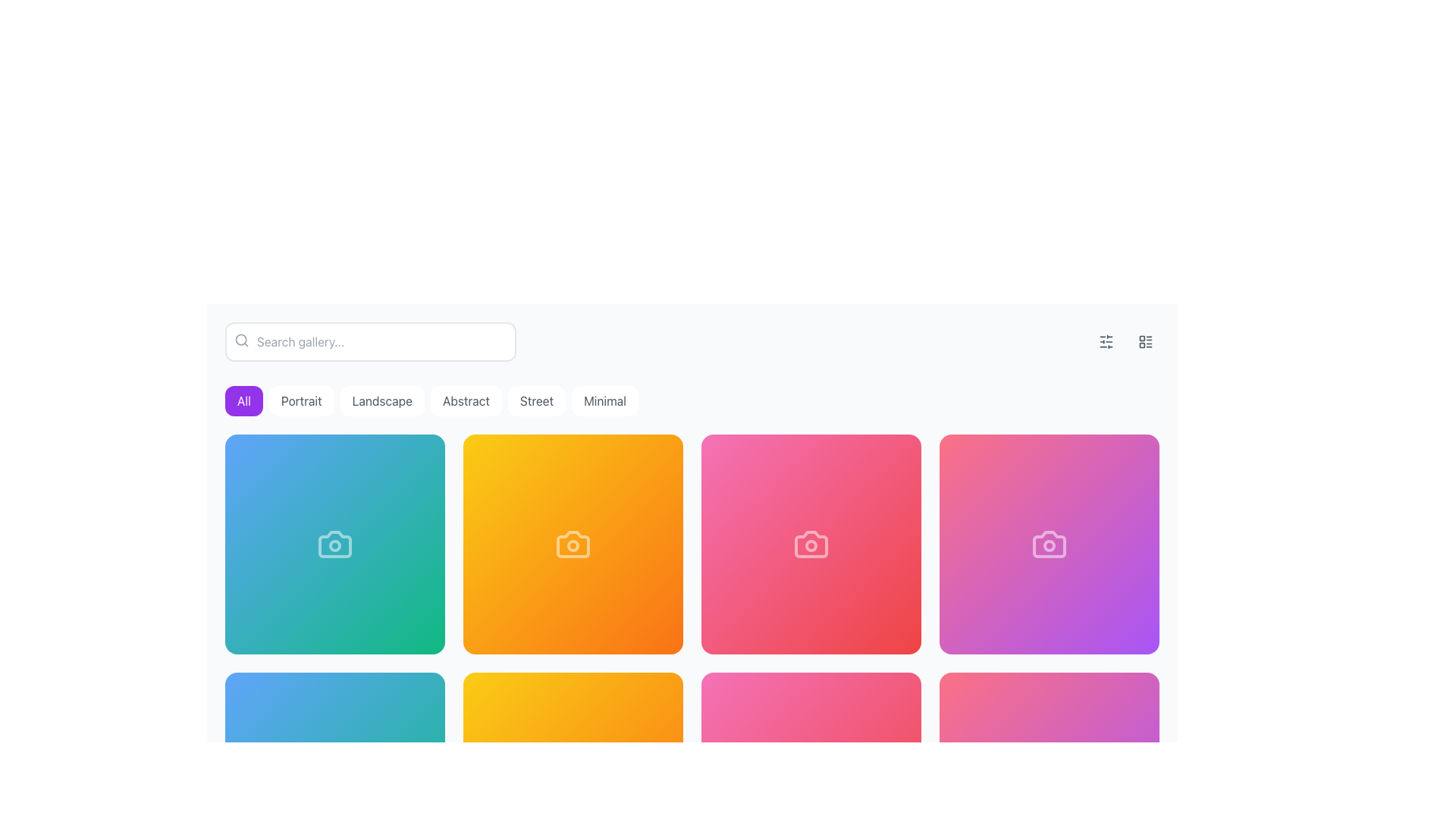 The width and height of the screenshot is (1456, 819). What do you see at coordinates (572, 543) in the screenshot?
I see `the camera icon, which is a white SVG-based icon with a modern outline design located in the second tile of the first row in the gallery view` at bounding box center [572, 543].